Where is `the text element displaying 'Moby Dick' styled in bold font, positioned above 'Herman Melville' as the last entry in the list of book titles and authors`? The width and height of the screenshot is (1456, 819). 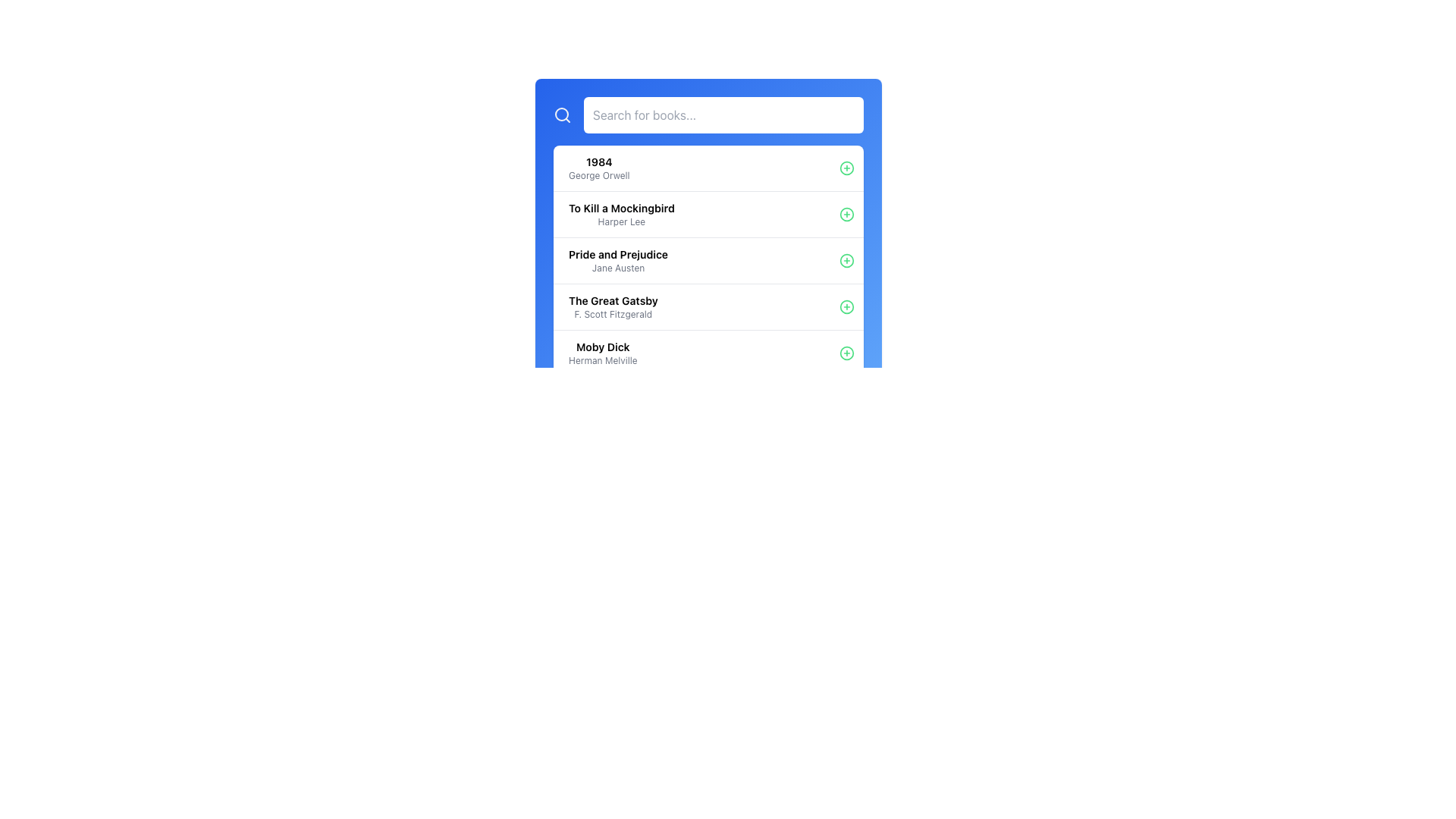
the text element displaying 'Moby Dick' styled in bold font, positioned above 'Herman Melville' as the last entry in the list of book titles and authors is located at coordinates (602, 347).